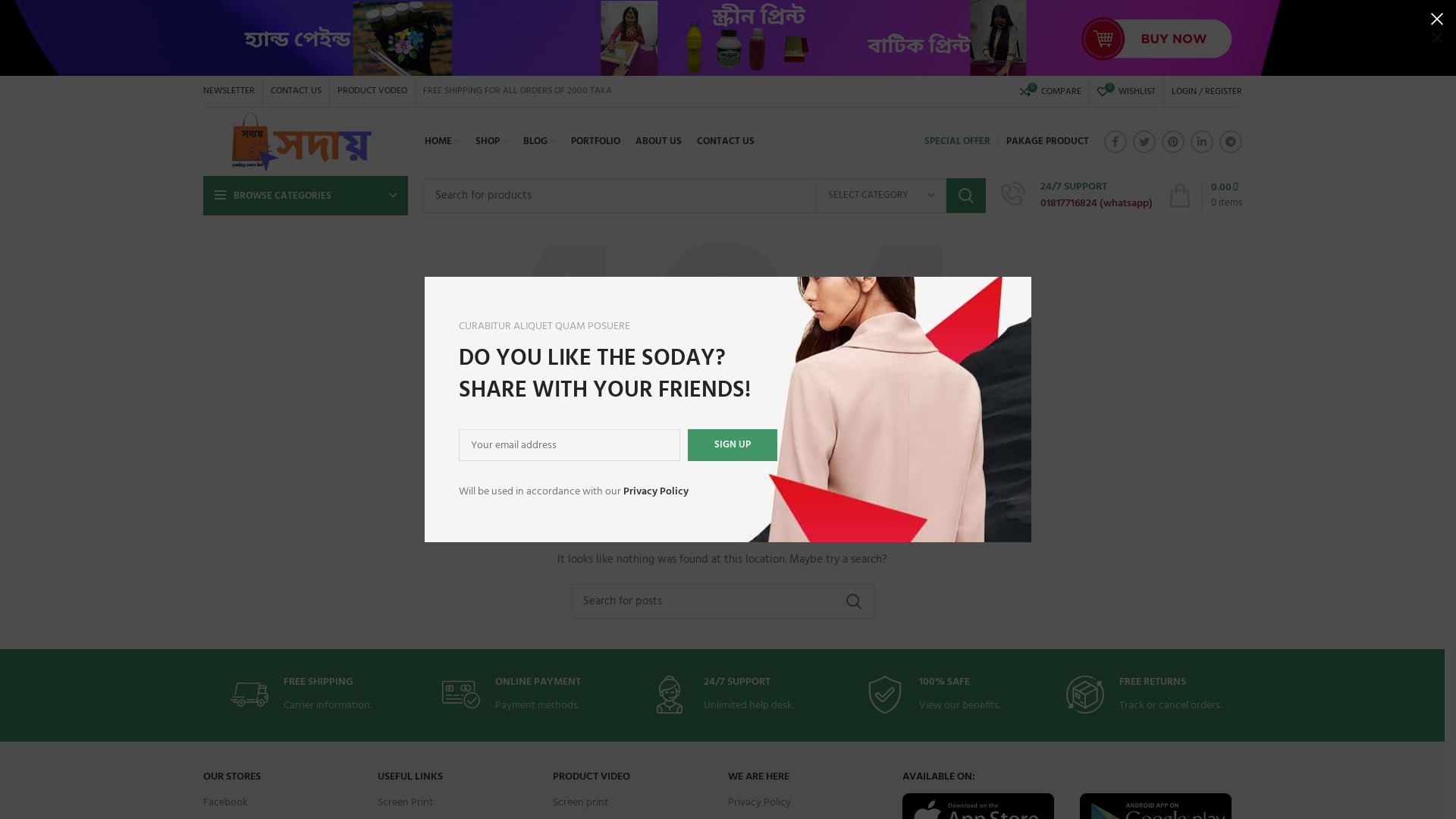 Image resolution: width=1456 pixels, height=819 pixels. I want to click on 'Sign up', so click(732, 444).